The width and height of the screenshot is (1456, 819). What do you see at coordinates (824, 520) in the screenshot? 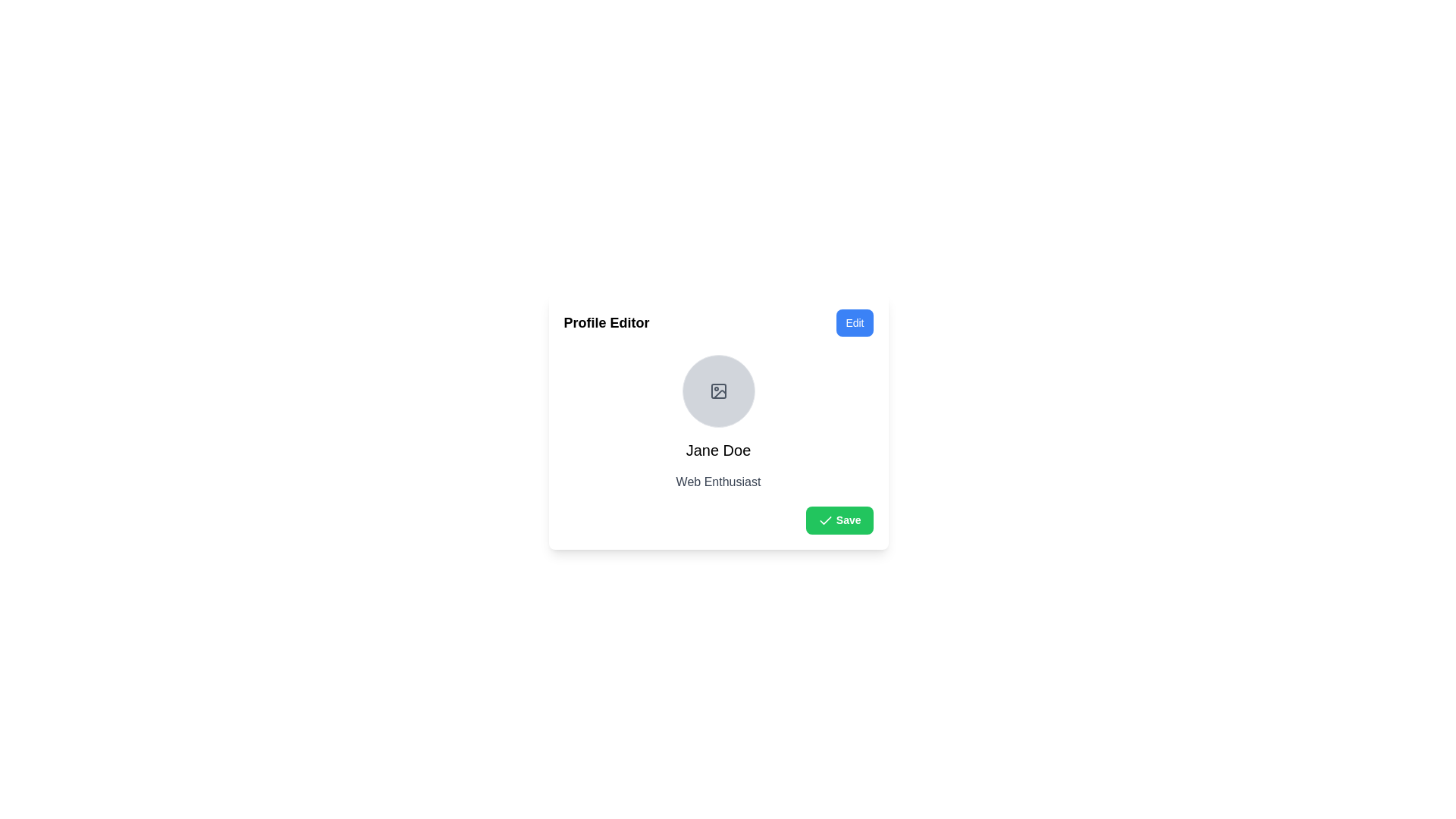
I see `the checkmark icon within the green 'Save' button located at the bottom-right corner of the profile editor card` at bounding box center [824, 520].